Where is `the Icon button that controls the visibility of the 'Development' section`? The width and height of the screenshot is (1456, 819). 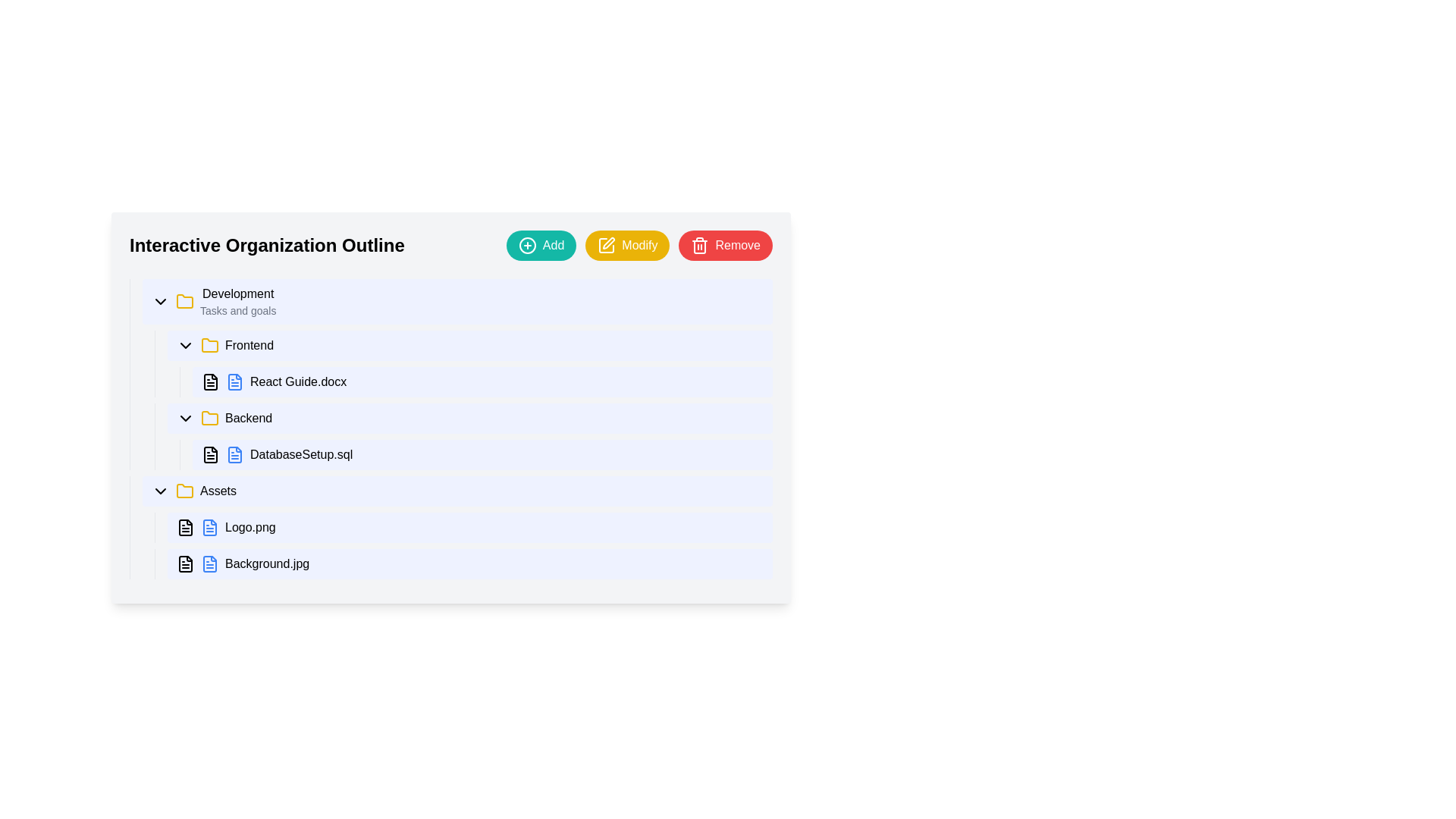
the Icon button that controls the visibility of the 'Development' section is located at coordinates (160, 301).